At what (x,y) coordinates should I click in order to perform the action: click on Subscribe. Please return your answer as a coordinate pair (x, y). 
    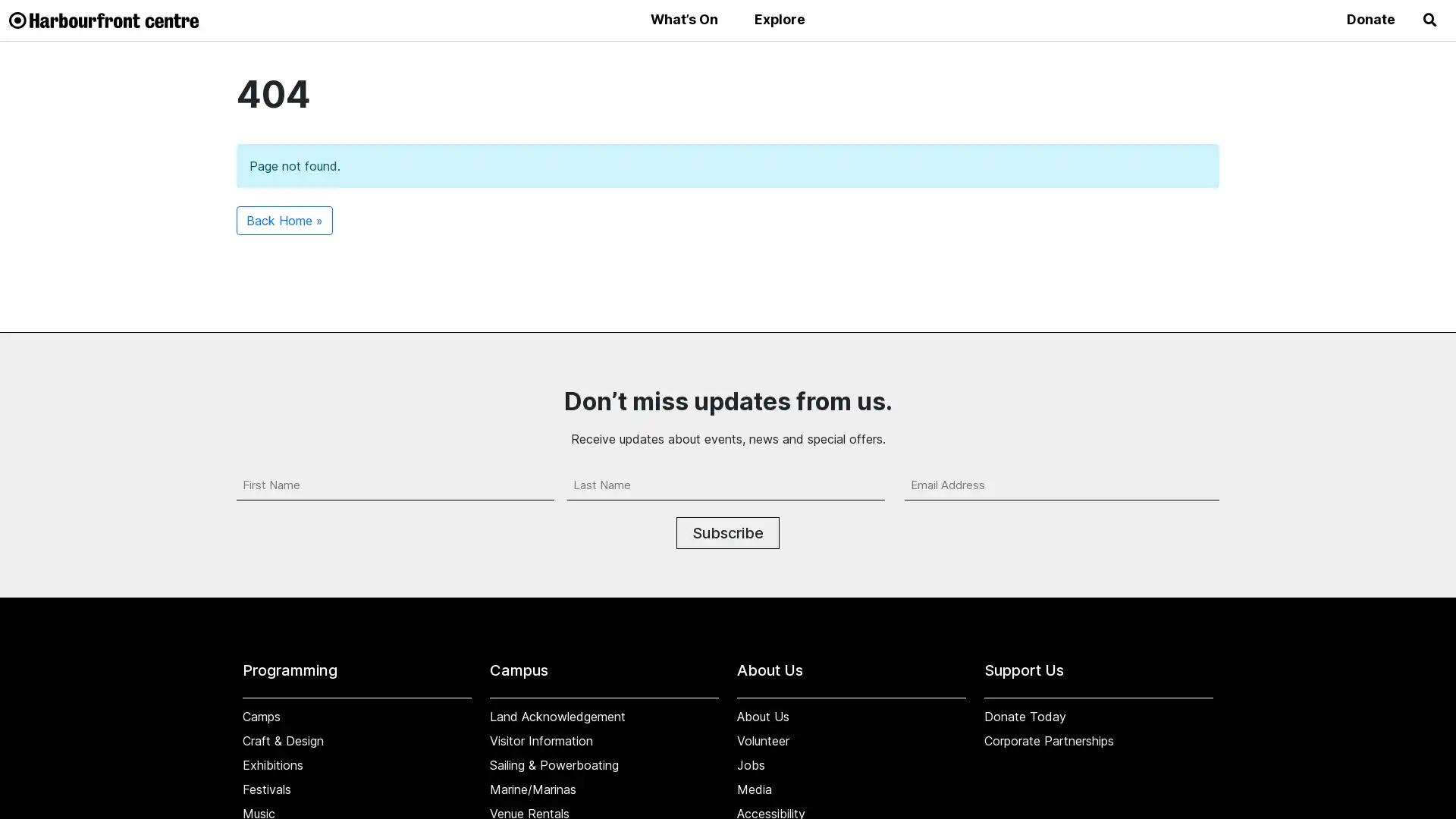
    Looking at the image, I should click on (728, 532).